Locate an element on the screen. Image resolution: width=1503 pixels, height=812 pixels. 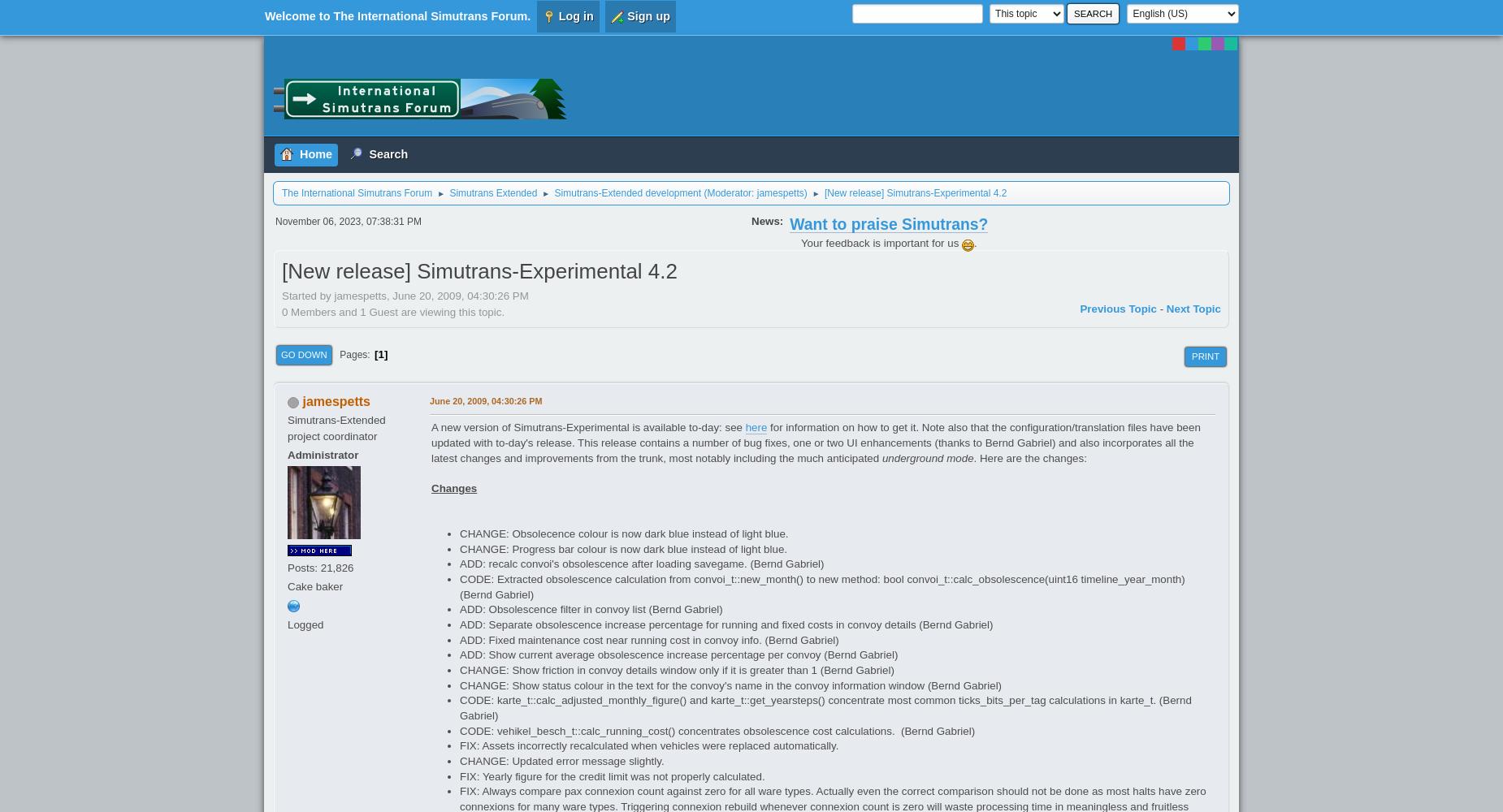
'News:' is located at coordinates (766, 220).